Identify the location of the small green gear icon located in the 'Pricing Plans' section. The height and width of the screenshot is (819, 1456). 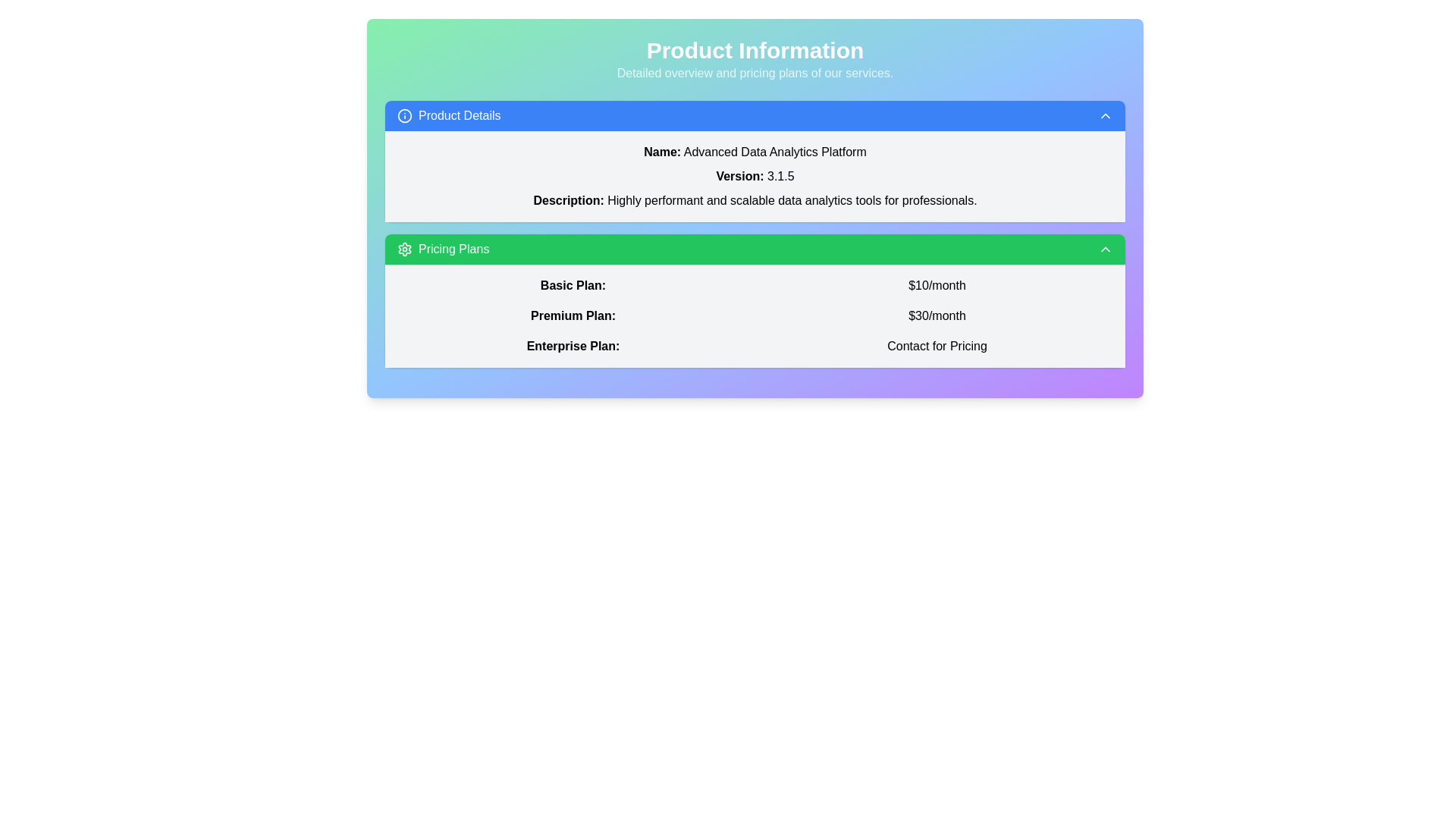
(404, 248).